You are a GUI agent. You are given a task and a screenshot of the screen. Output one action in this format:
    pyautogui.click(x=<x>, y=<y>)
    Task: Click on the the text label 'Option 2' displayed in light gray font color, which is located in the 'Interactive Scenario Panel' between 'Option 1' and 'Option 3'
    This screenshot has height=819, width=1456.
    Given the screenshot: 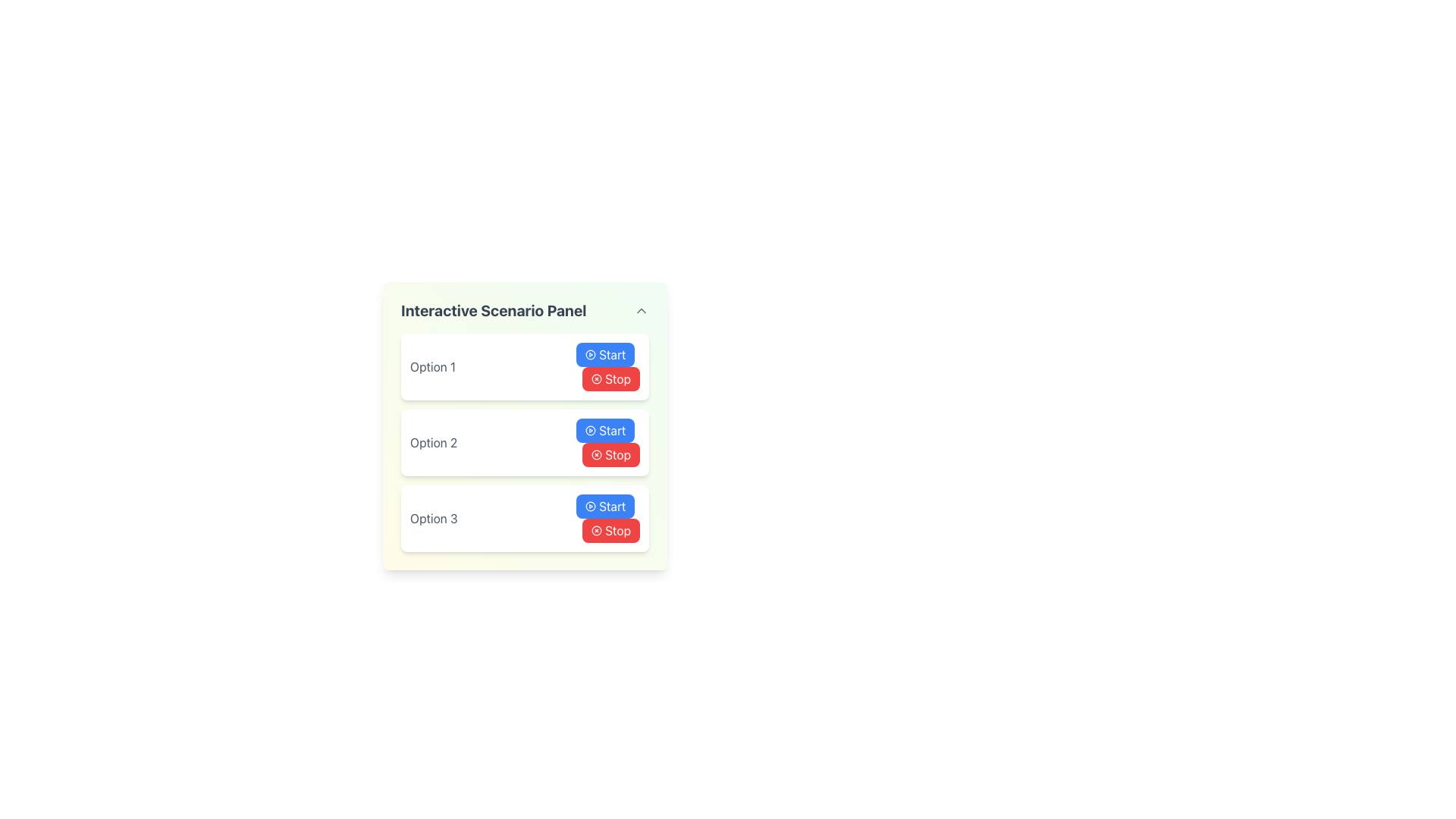 What is the action you would take?
    pyautogui.click(x=433, y=442)
    